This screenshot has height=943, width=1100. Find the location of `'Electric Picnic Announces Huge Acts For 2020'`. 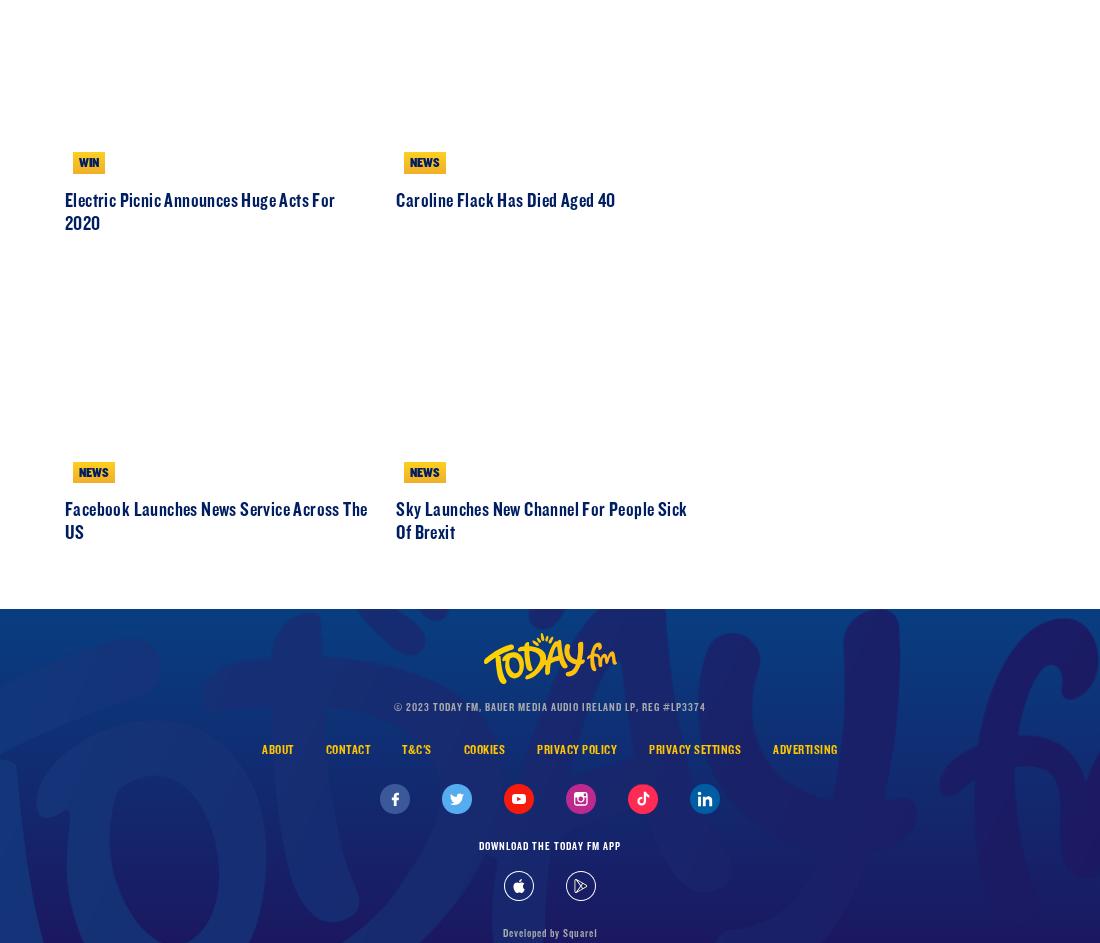

'Electric Picnic Announces Huge Acts For 2020' is located at coordinates (198, 295).